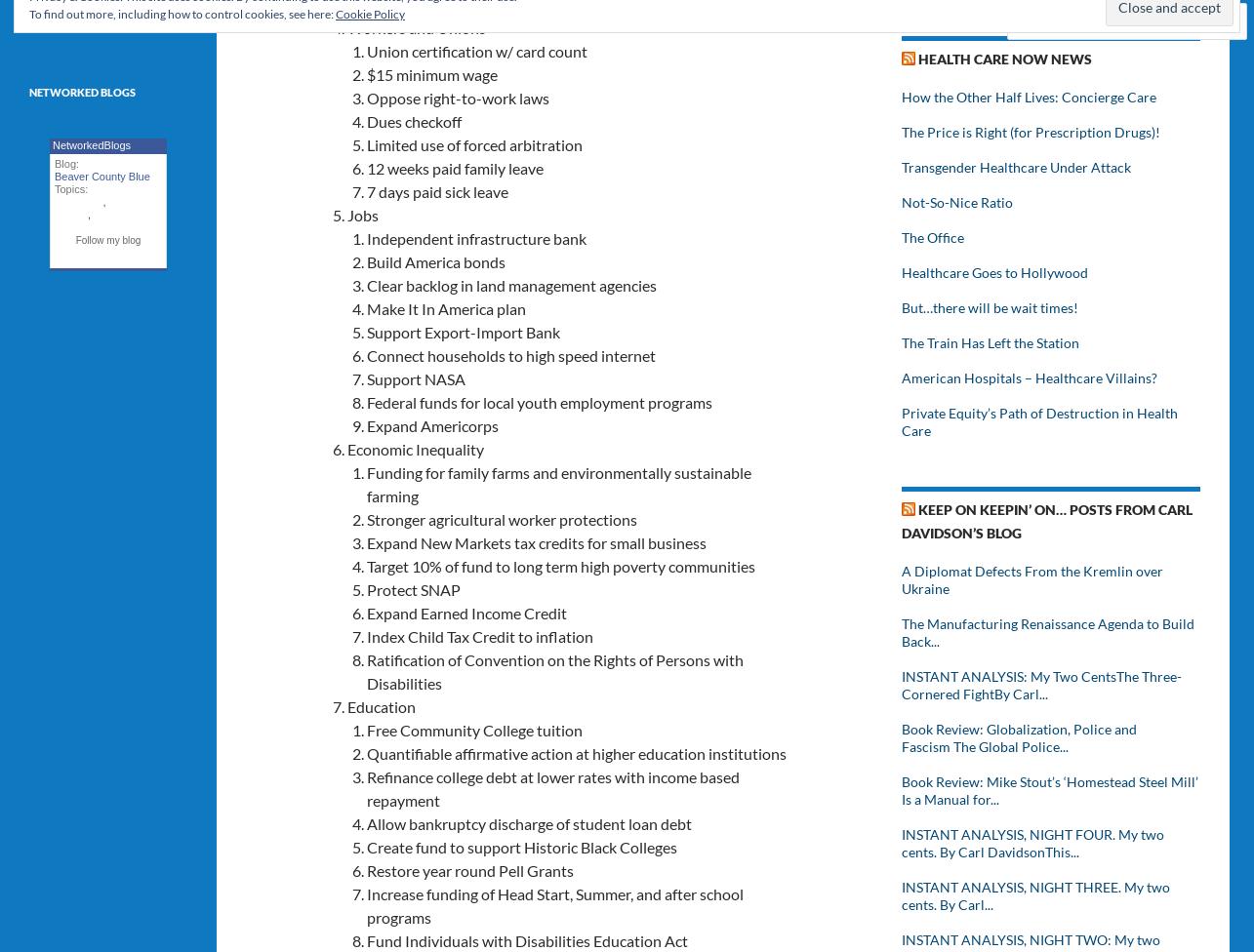 Image resolution: width=1254 pixels, height=952 pixels. I want to click on 'Build America bonds', so click(436, 260).